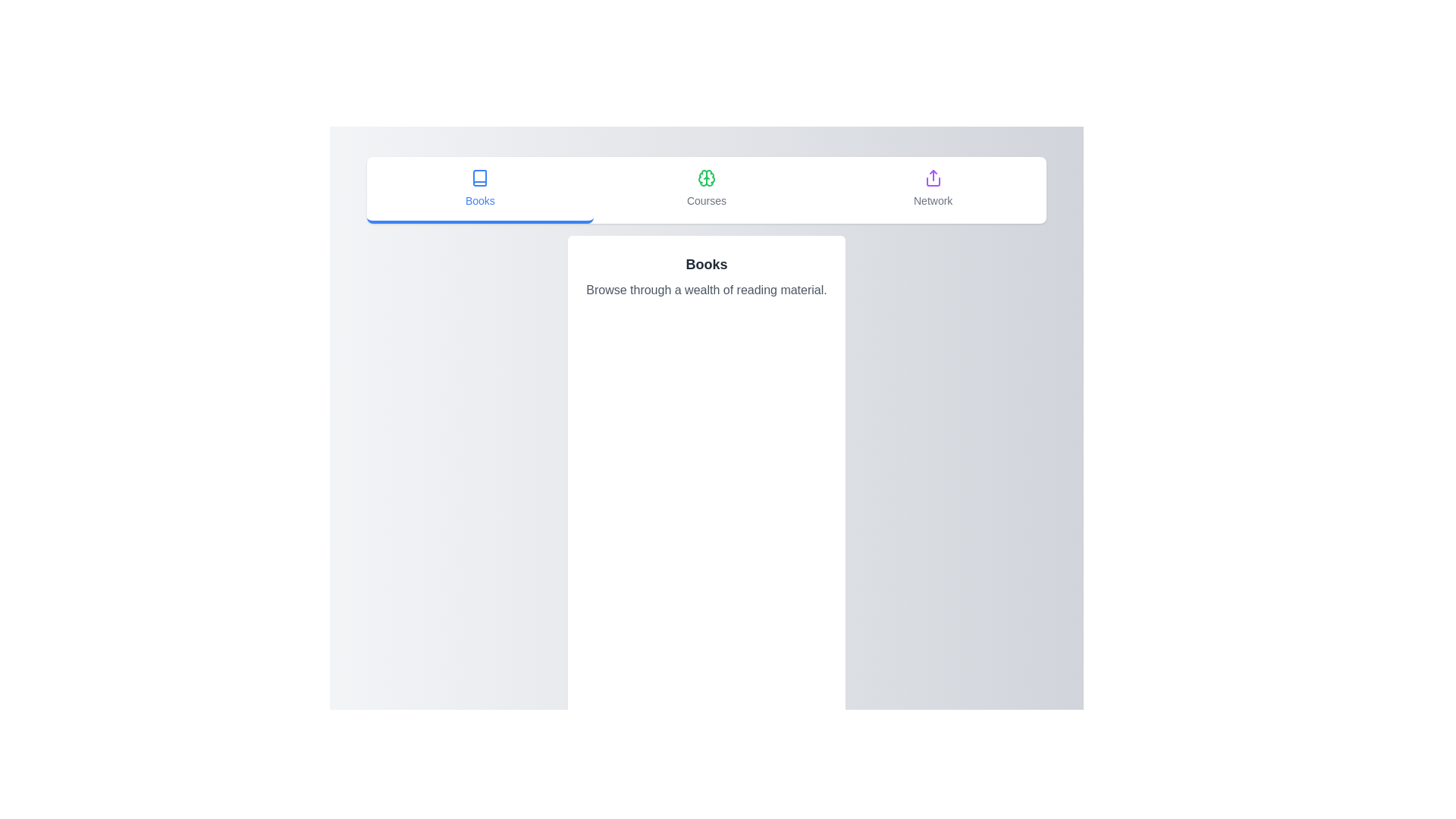 The height and width of the screenshot is (819, 1456). Describe the element at coordinates (479, 189) in the screenshot. I see `the tab labeled Books` at that location.